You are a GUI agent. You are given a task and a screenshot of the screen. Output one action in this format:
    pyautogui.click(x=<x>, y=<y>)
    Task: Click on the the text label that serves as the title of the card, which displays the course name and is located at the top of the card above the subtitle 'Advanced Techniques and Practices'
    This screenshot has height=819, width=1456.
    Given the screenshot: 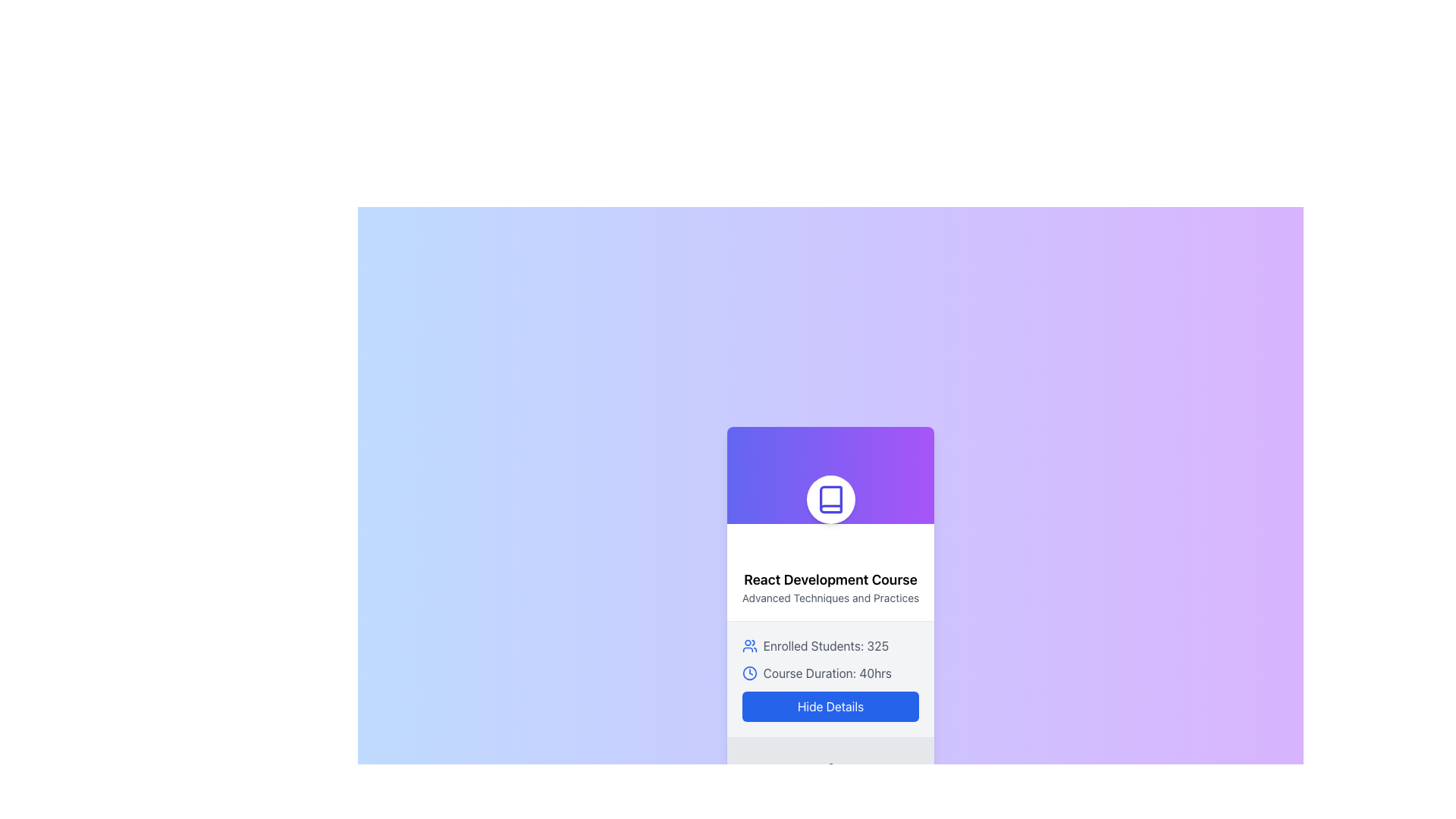 What is the action you would take?
    pyautogui.click(x=830, y=579)
    